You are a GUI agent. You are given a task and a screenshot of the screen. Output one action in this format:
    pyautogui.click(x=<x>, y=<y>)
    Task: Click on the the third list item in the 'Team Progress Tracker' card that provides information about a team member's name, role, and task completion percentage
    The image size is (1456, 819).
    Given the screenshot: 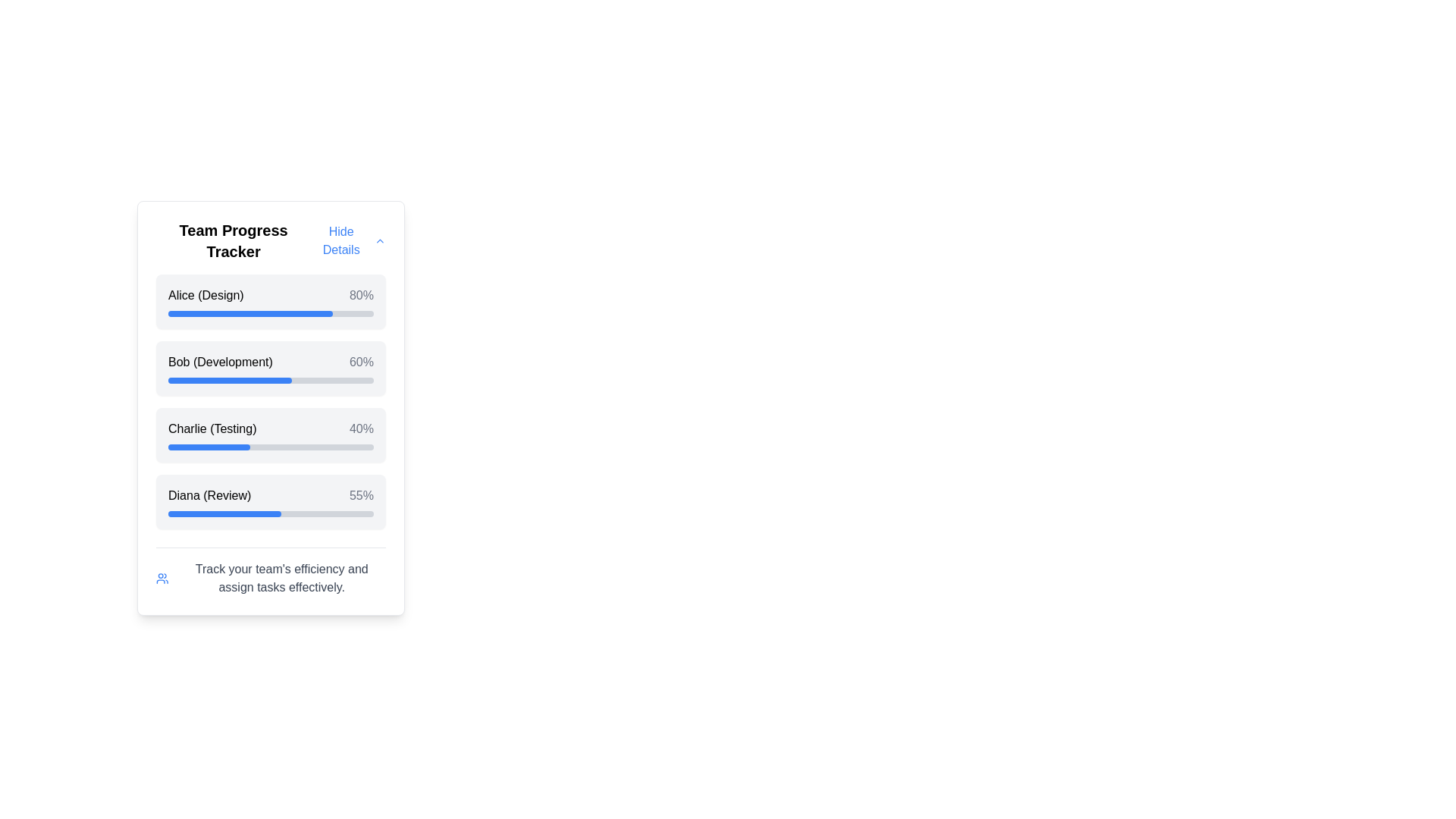 What is the action you would take?
    pyautogui.click(x=271, y=429)
    